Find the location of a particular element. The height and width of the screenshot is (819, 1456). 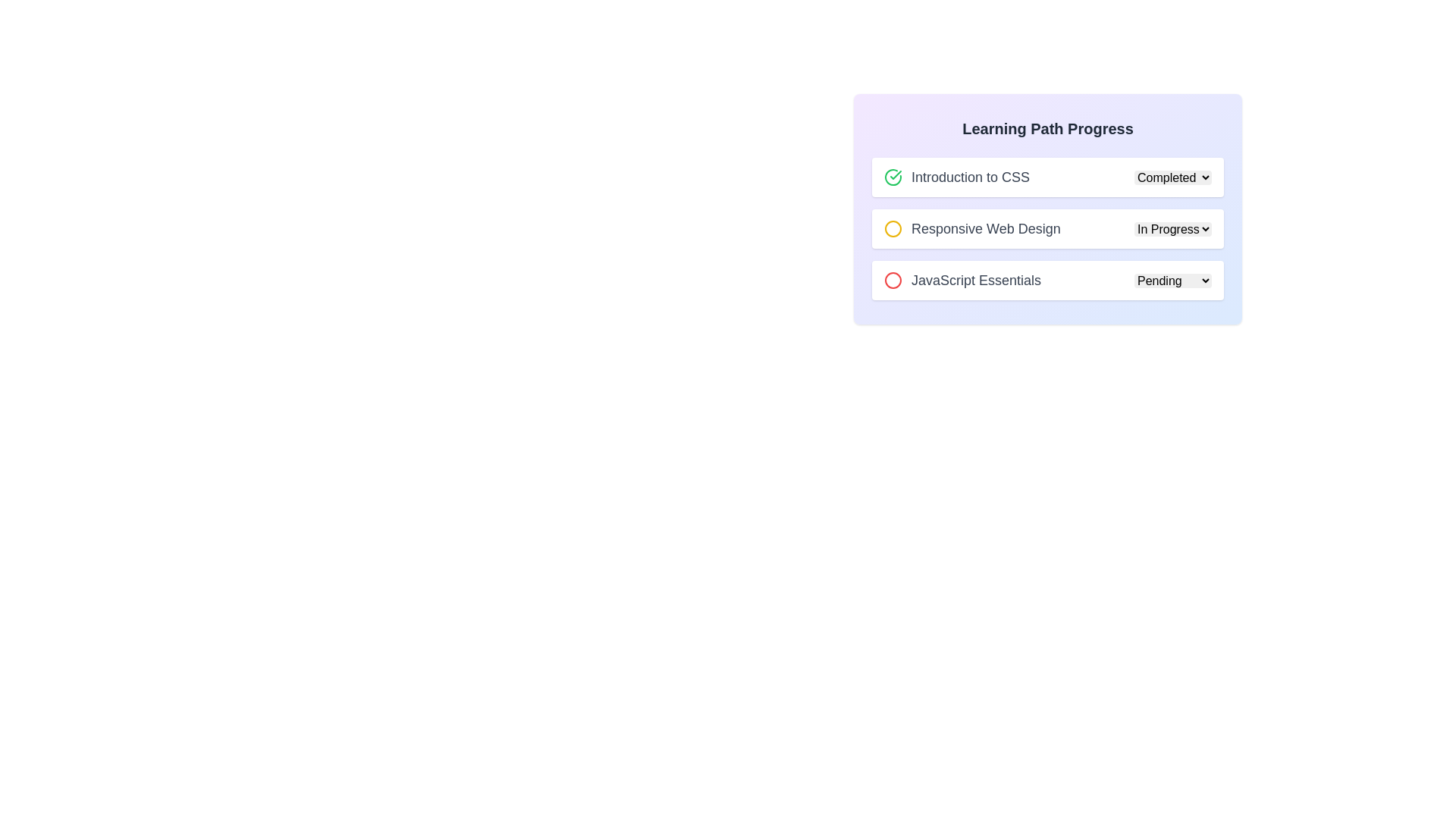

the first list item labeled 'Introduction to CSS' with a green checkmark icon to expand its view is located at coordinates (956, 177).